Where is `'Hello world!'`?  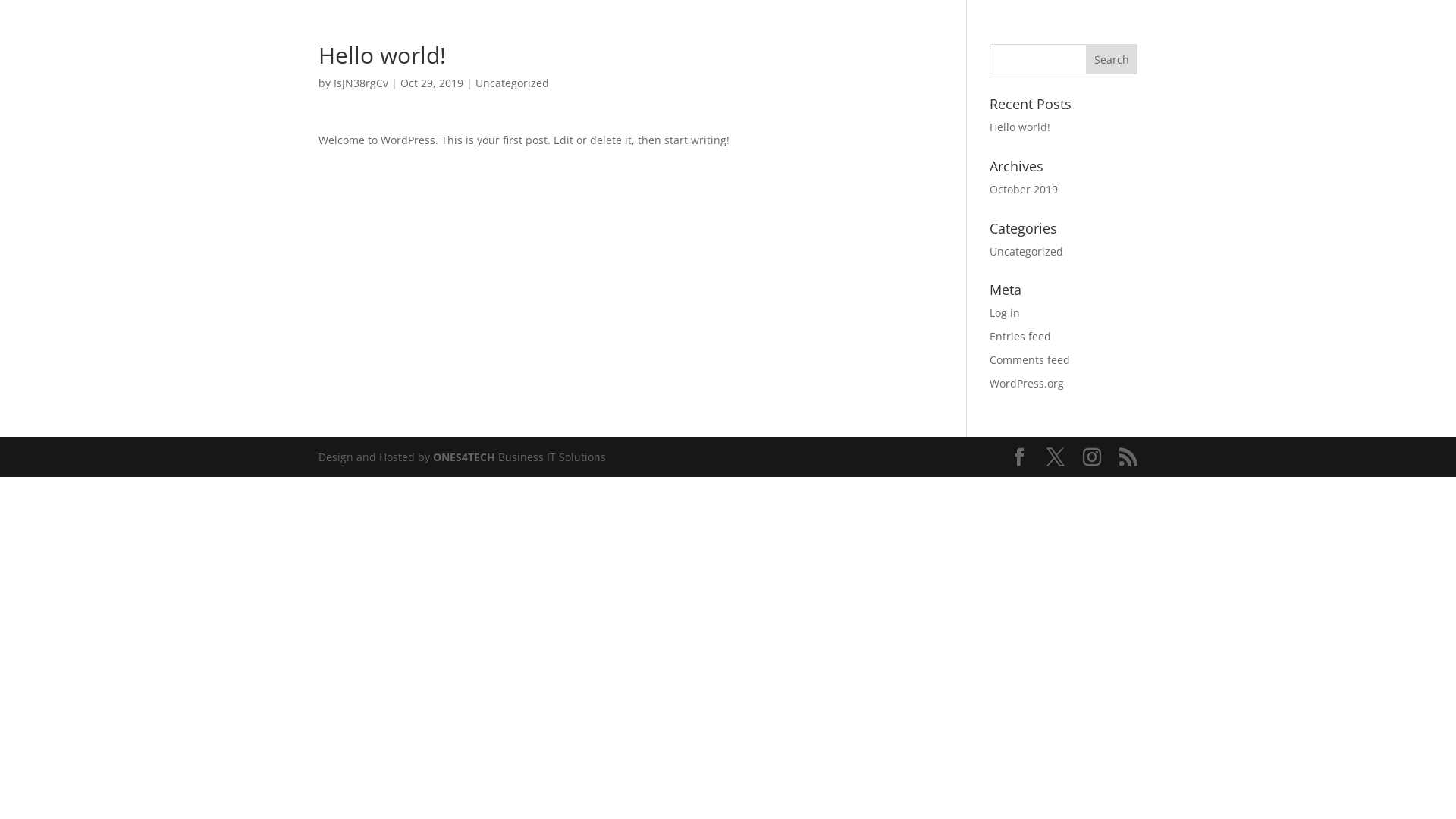
'Hello world!' is located at coordinates (1019, 126).